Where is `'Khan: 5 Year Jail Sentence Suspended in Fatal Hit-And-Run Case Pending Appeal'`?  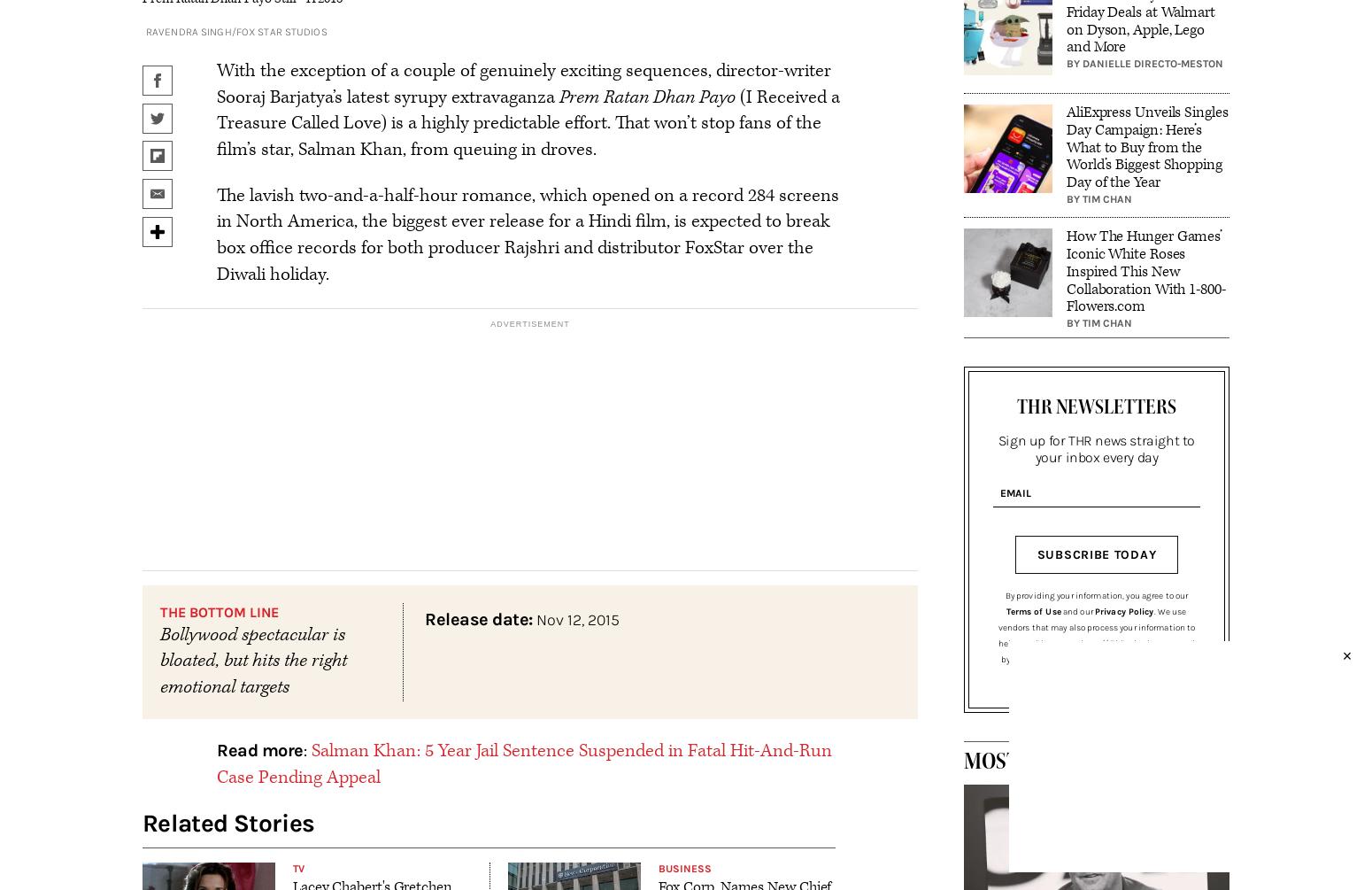
'Khan: 5 Year Jail Sentence Suspended in Fatal Hit-And-Run Case Pending Appeal' is located at coordinates (523, 762).